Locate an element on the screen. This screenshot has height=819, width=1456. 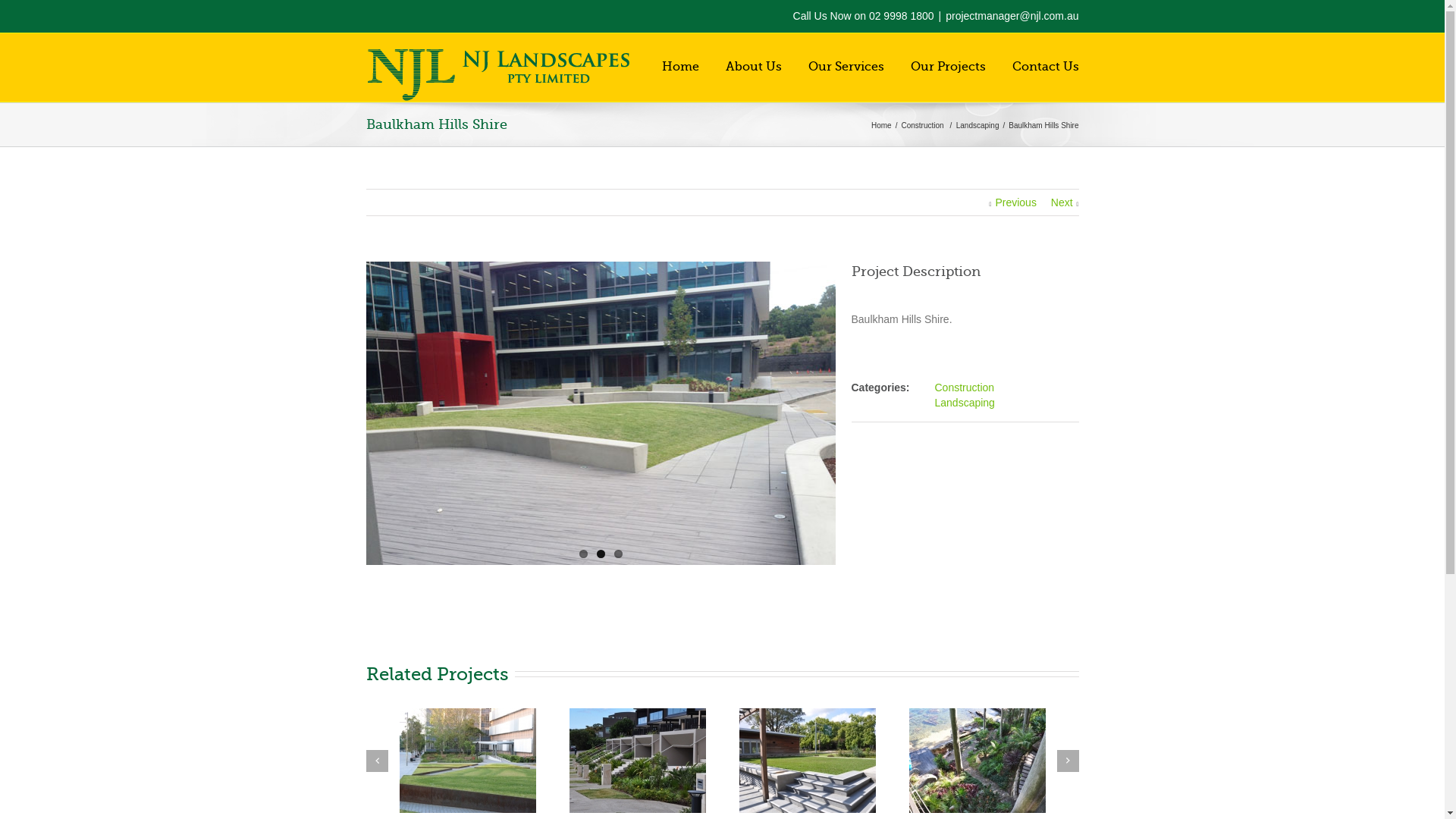
'Next' is located at coordinates (1064, 201).